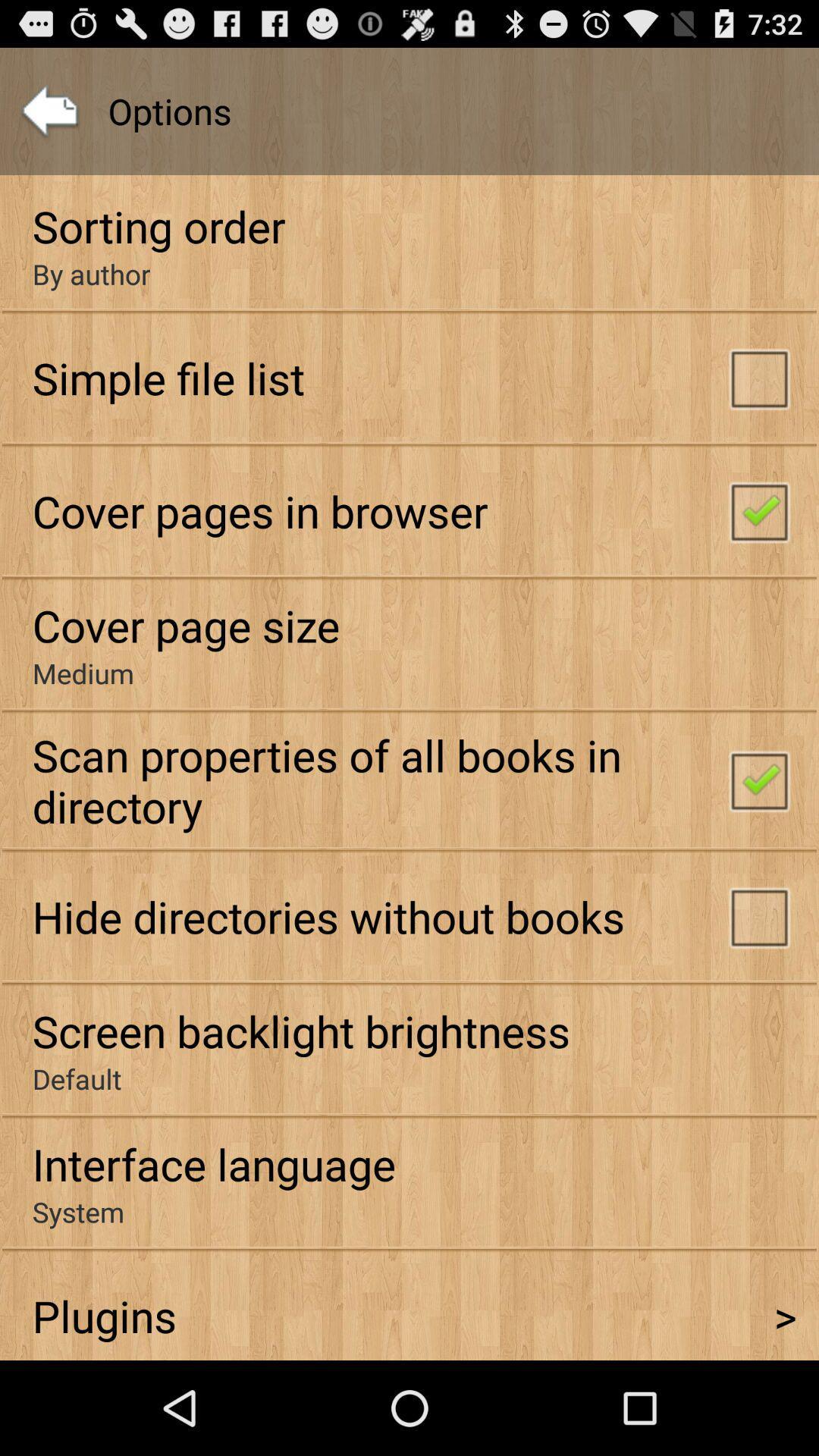 The width and height of the screenshot is (819, 1456). Describe the element at coordinates (49, 118) in the screenshot. I see `the arrow_backward icon` at that location.